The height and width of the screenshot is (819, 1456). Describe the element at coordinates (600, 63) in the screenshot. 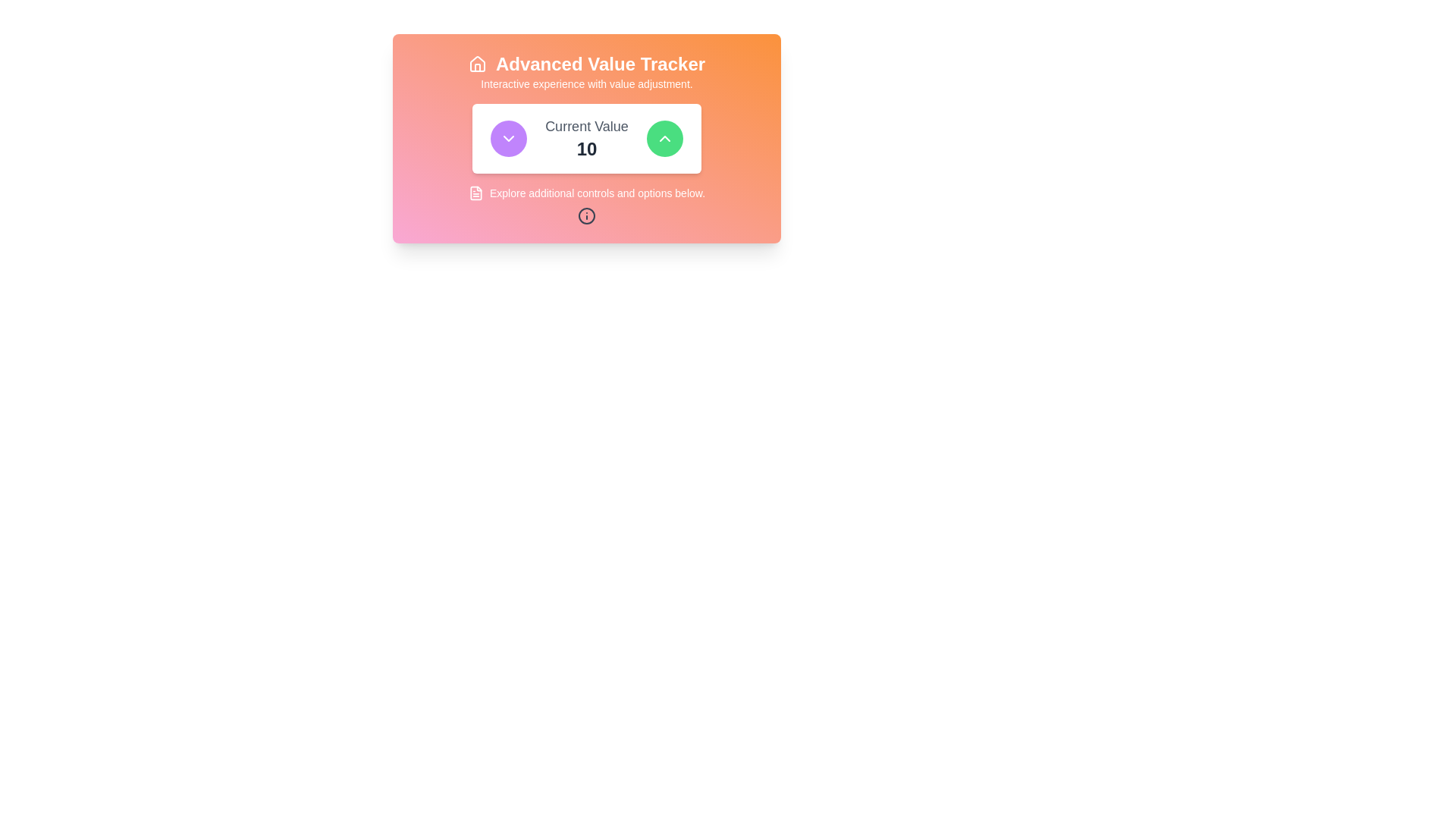

I see `the text label heading that serves as a prominent title for the interface, positioned centrally to the right of a white house-shaped icon` at that location.